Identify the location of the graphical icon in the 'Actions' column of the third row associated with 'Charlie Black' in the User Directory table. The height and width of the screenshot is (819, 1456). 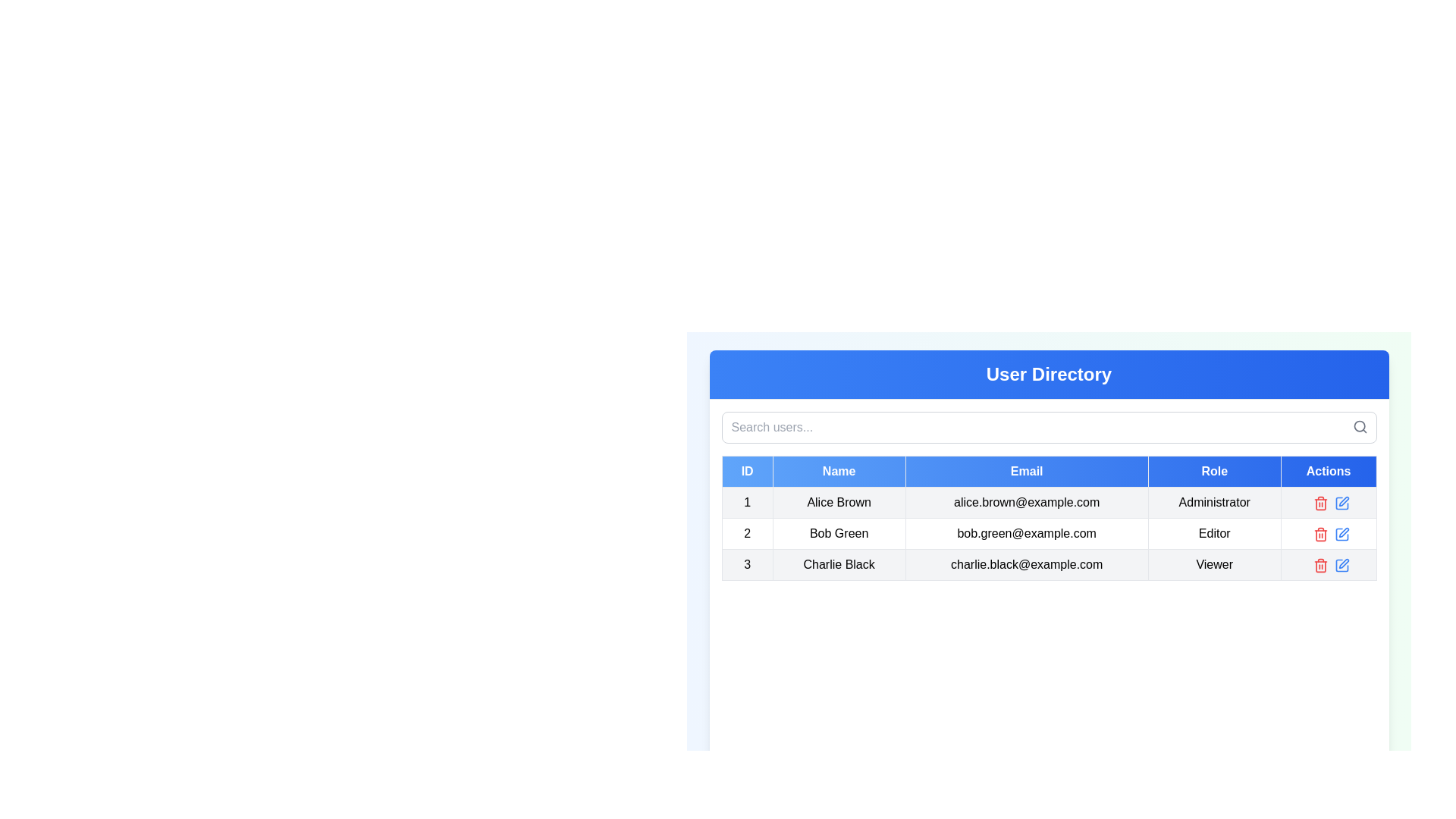
(1342, 565).